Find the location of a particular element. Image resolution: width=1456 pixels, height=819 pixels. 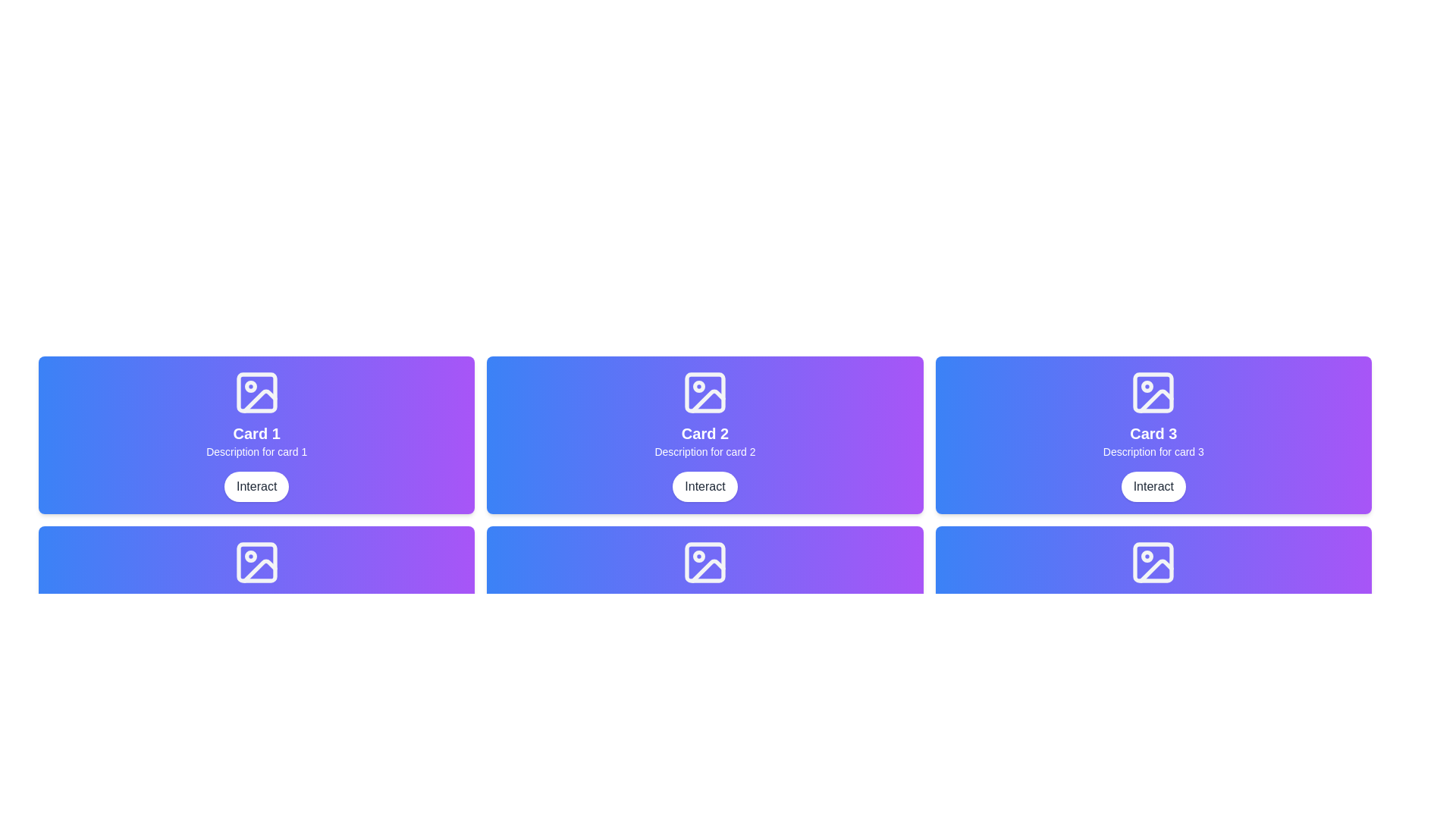

the supplementary text element located below 'Card 3' within the card labeled 'Card 3' on the right side of a three-card layout is located at coordinates (1153, 451).